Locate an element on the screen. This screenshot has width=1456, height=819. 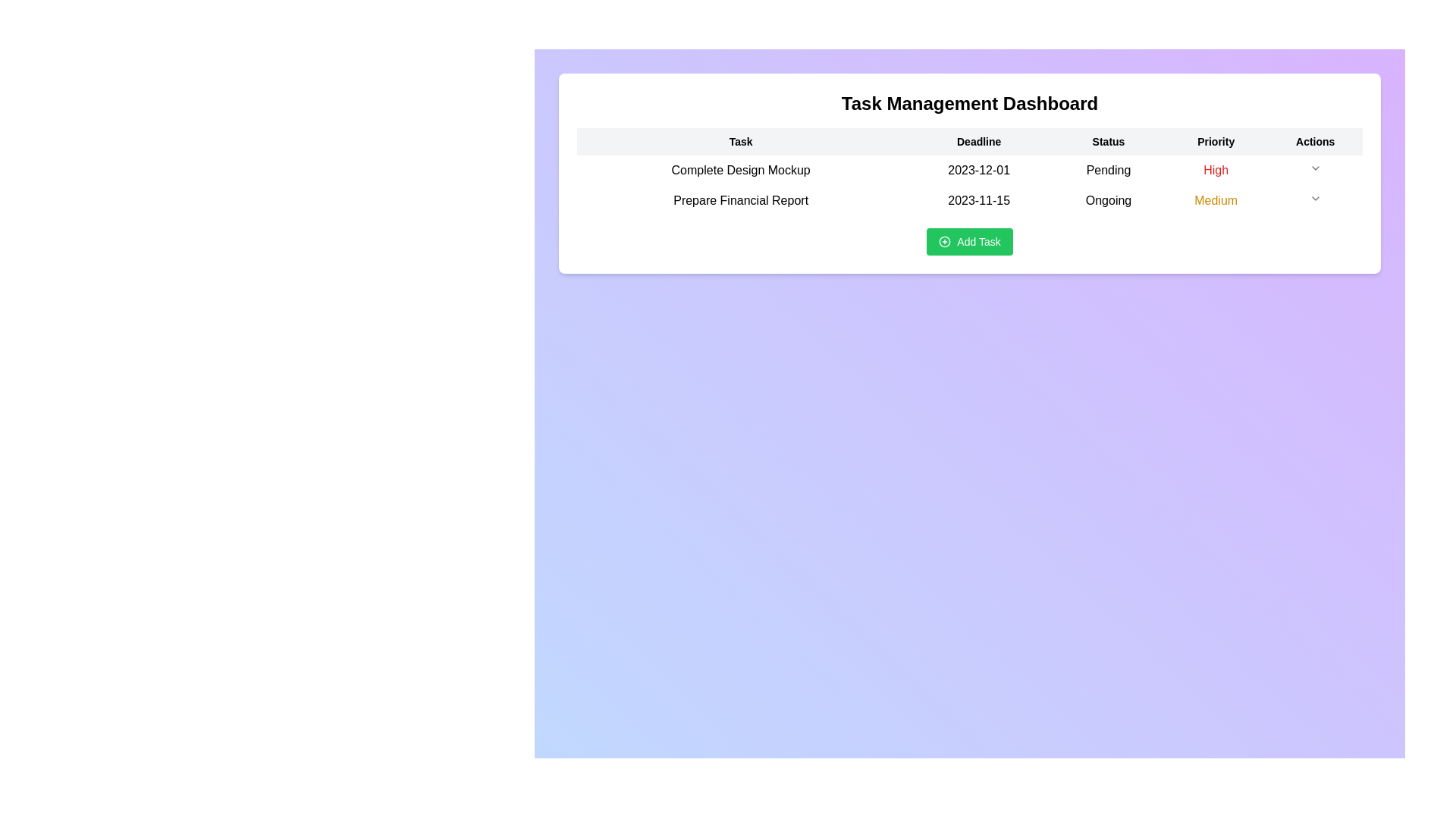
the Dropdown toggle icon located at the far-right end of the row labeled 'Prepare Financial Report' under the 'Actions' column is located at coordinates (1314, 200).